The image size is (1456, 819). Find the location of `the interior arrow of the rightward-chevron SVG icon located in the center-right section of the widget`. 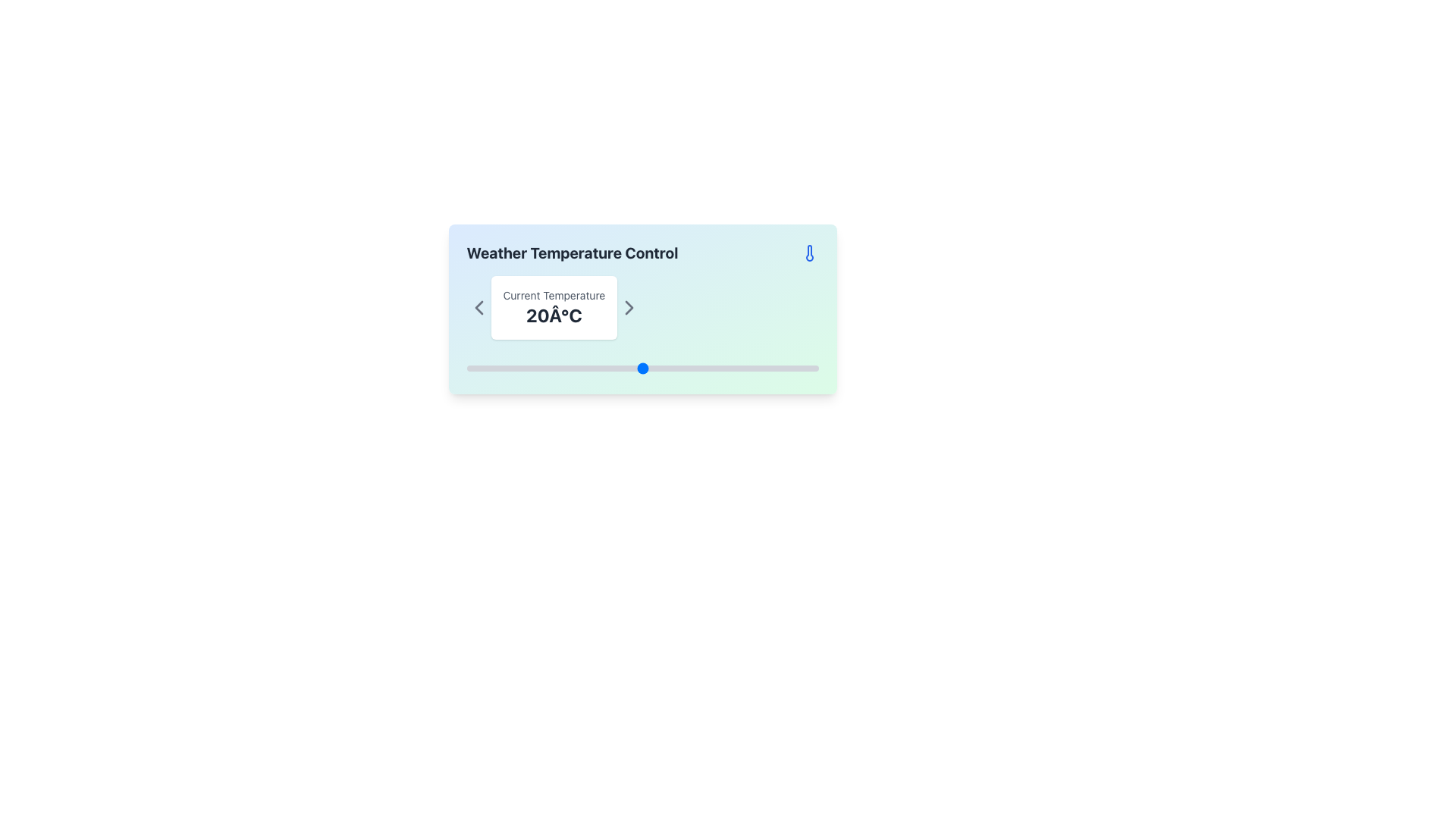

the interior arrow of the rightward-chevron SVG icon located in the center-right section of the widget is located at coordinates (629, 307).